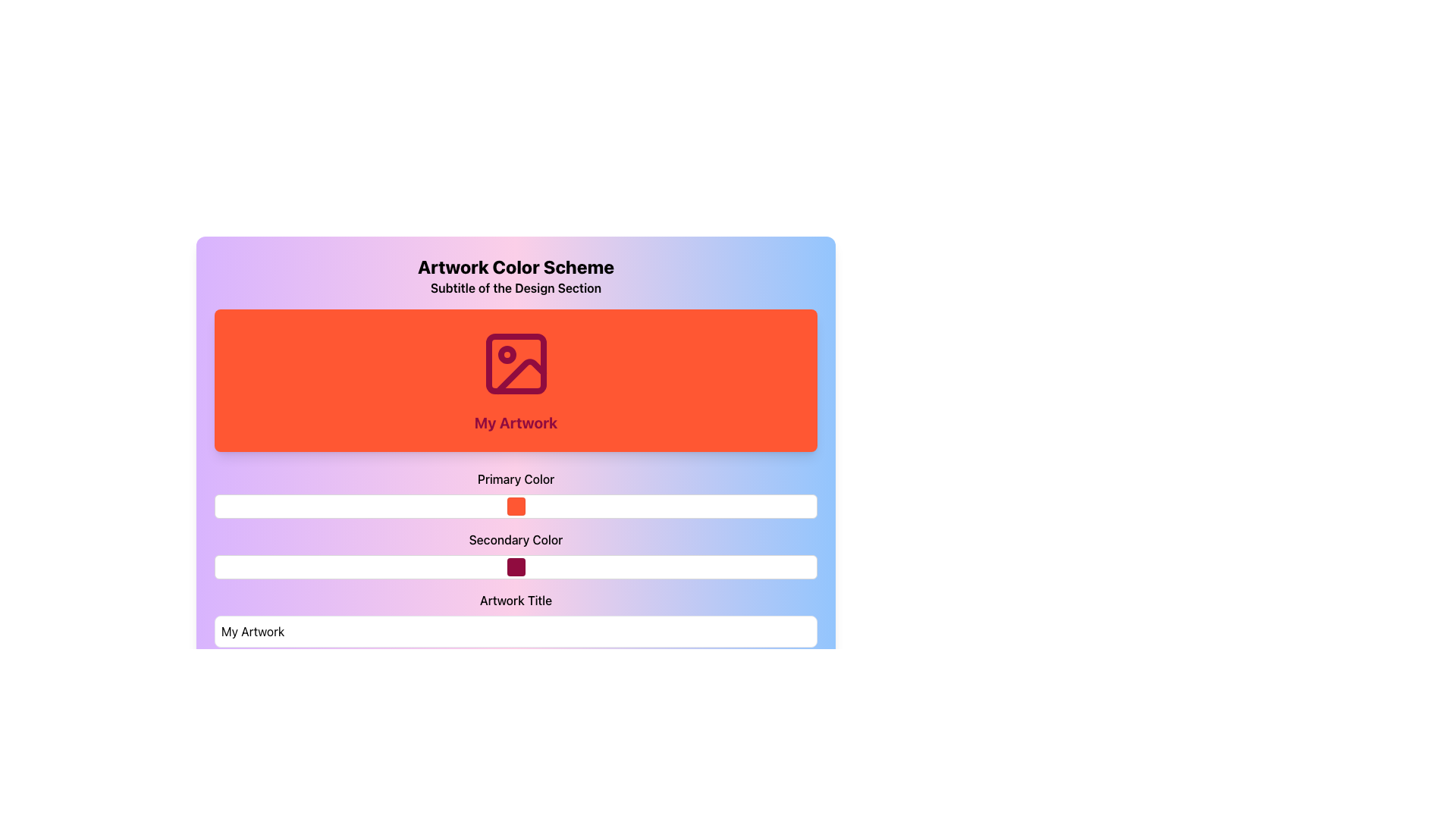 Image resolution: width=1456 pixels, height=819 pixels. I want to click on the orange color display block located in the 'Primary Color' row below the 'My Artwork' header, so click(516, 506).